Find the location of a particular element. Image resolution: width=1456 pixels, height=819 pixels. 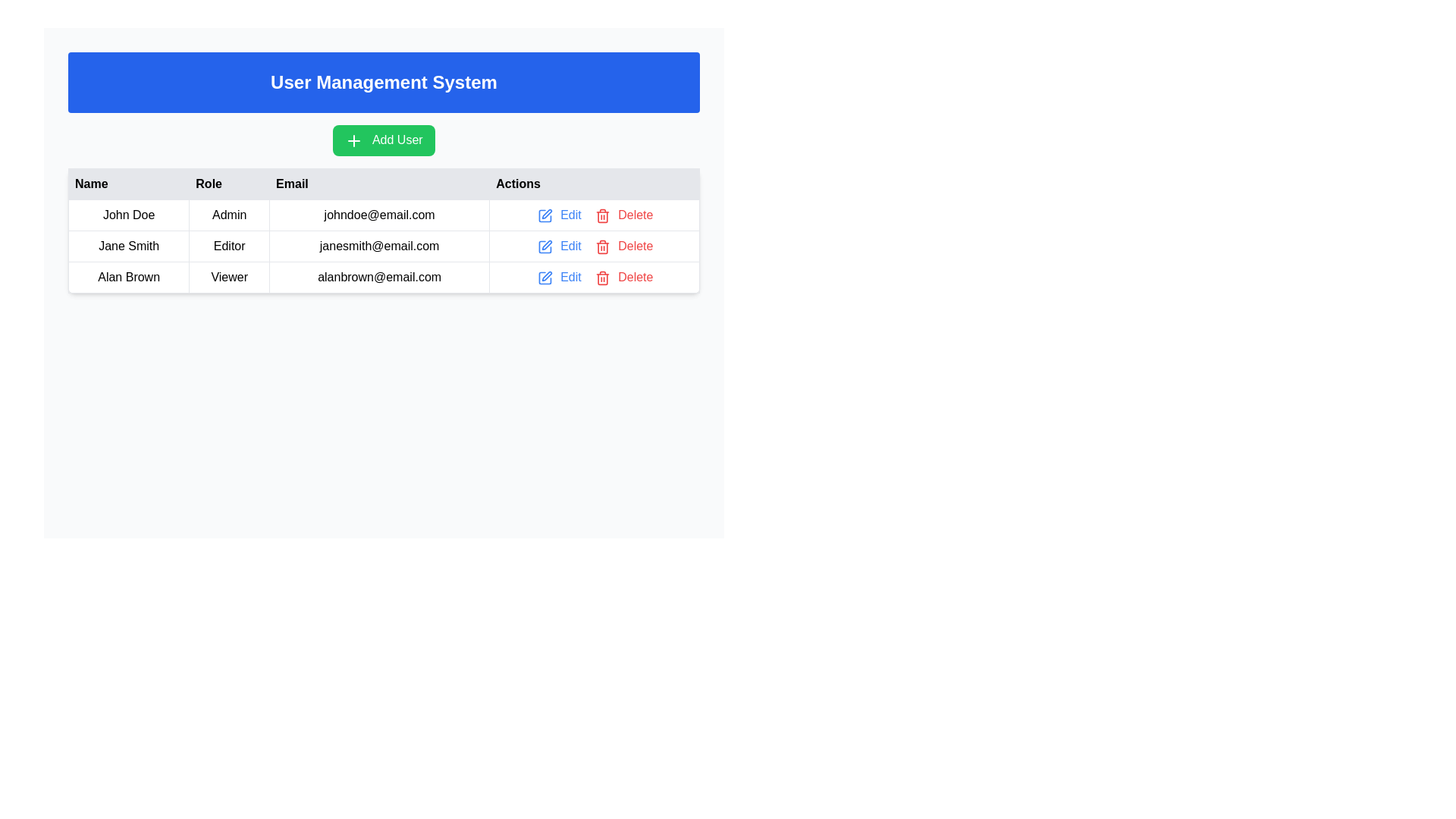

the trash can icon within the 'Delete' button to initiate deletion of the corresponding user entry in the table is located at coordinates (601, 215).